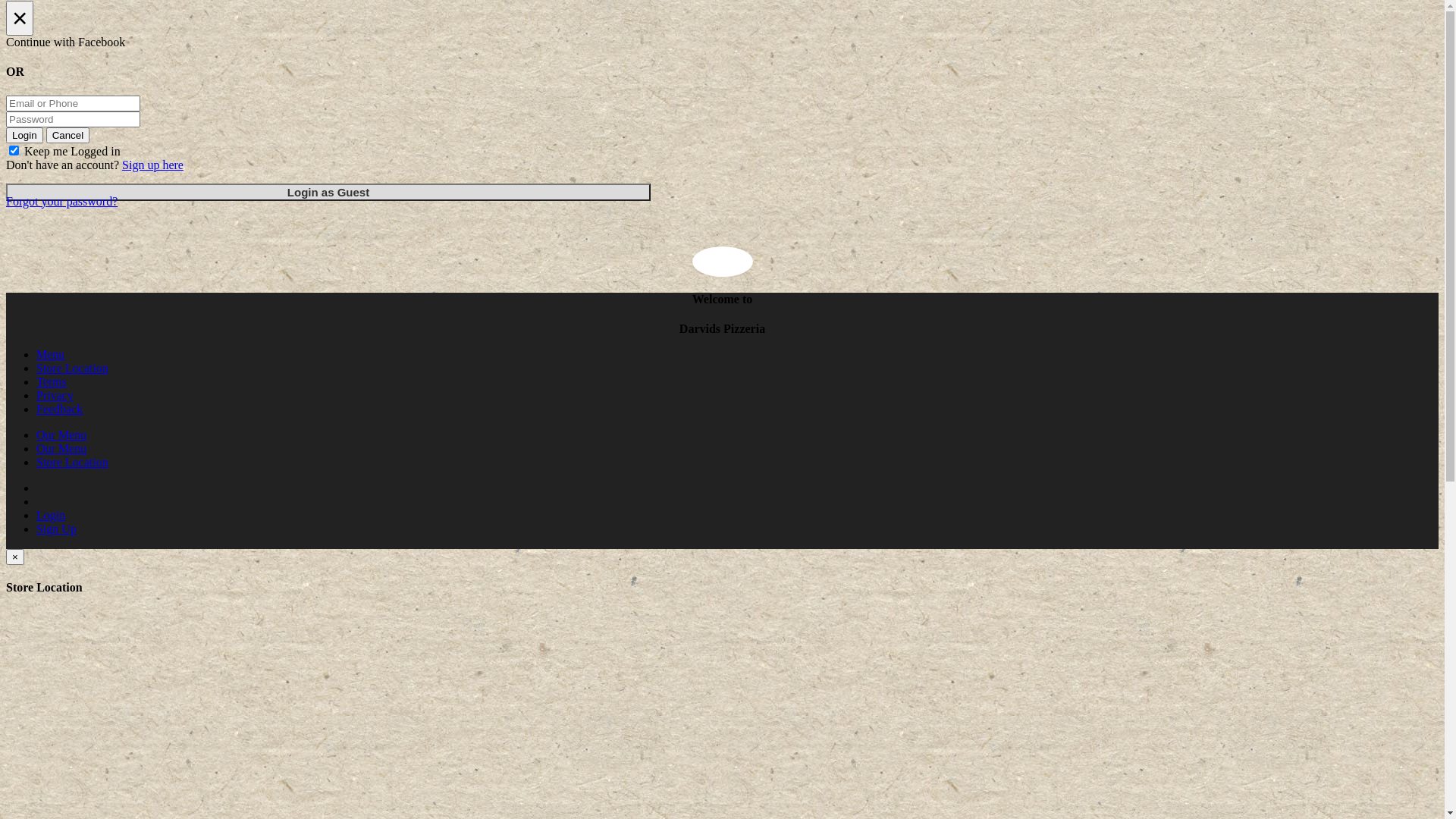 Image resolution: width=1456 pixels, height=819 pixels. What do you see at coordinates (67, 134) in the screenshot?
I see `'Cancel'` at bounding box center [67, 134].